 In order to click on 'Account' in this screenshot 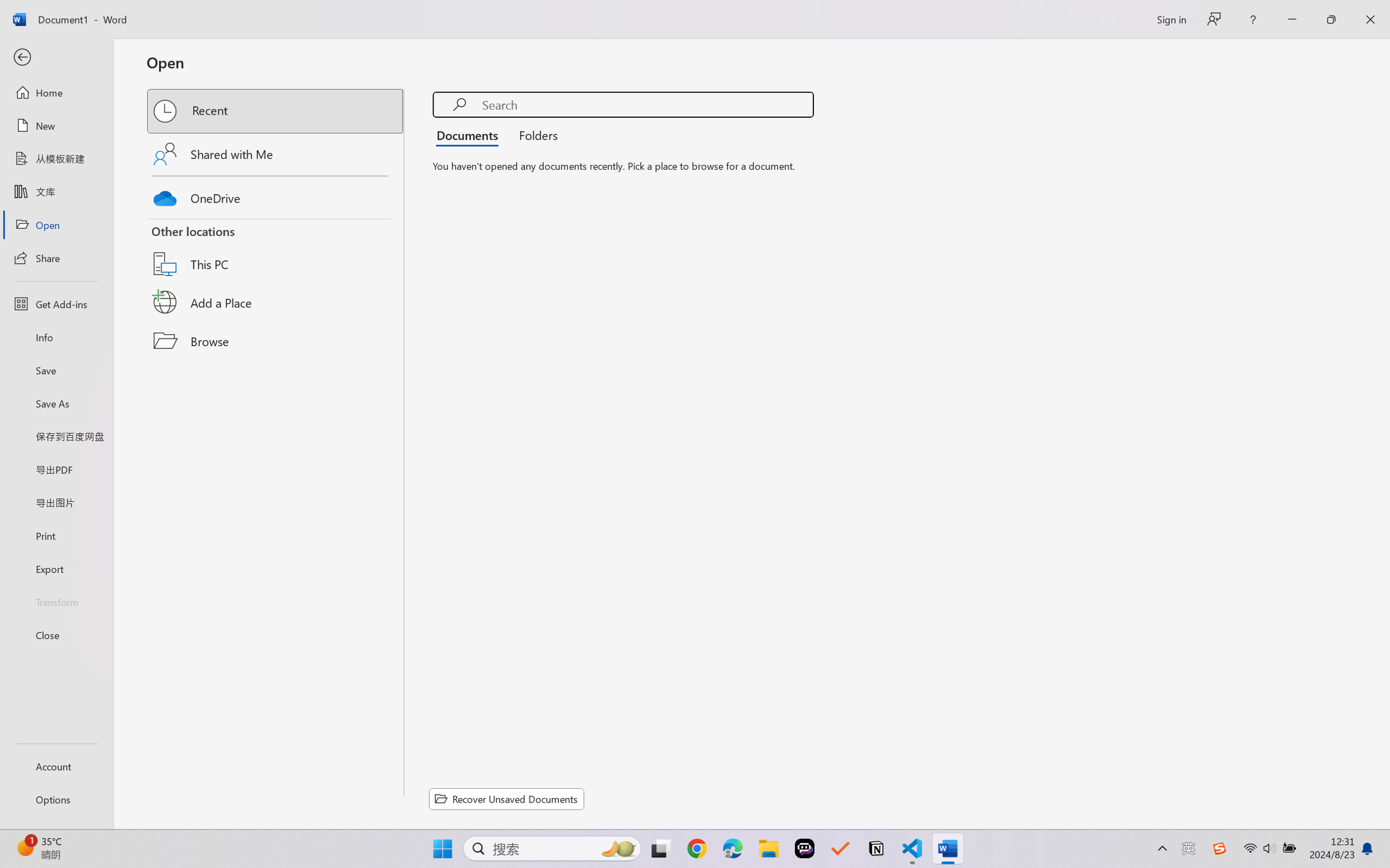, I will do `click(56, 766)`.